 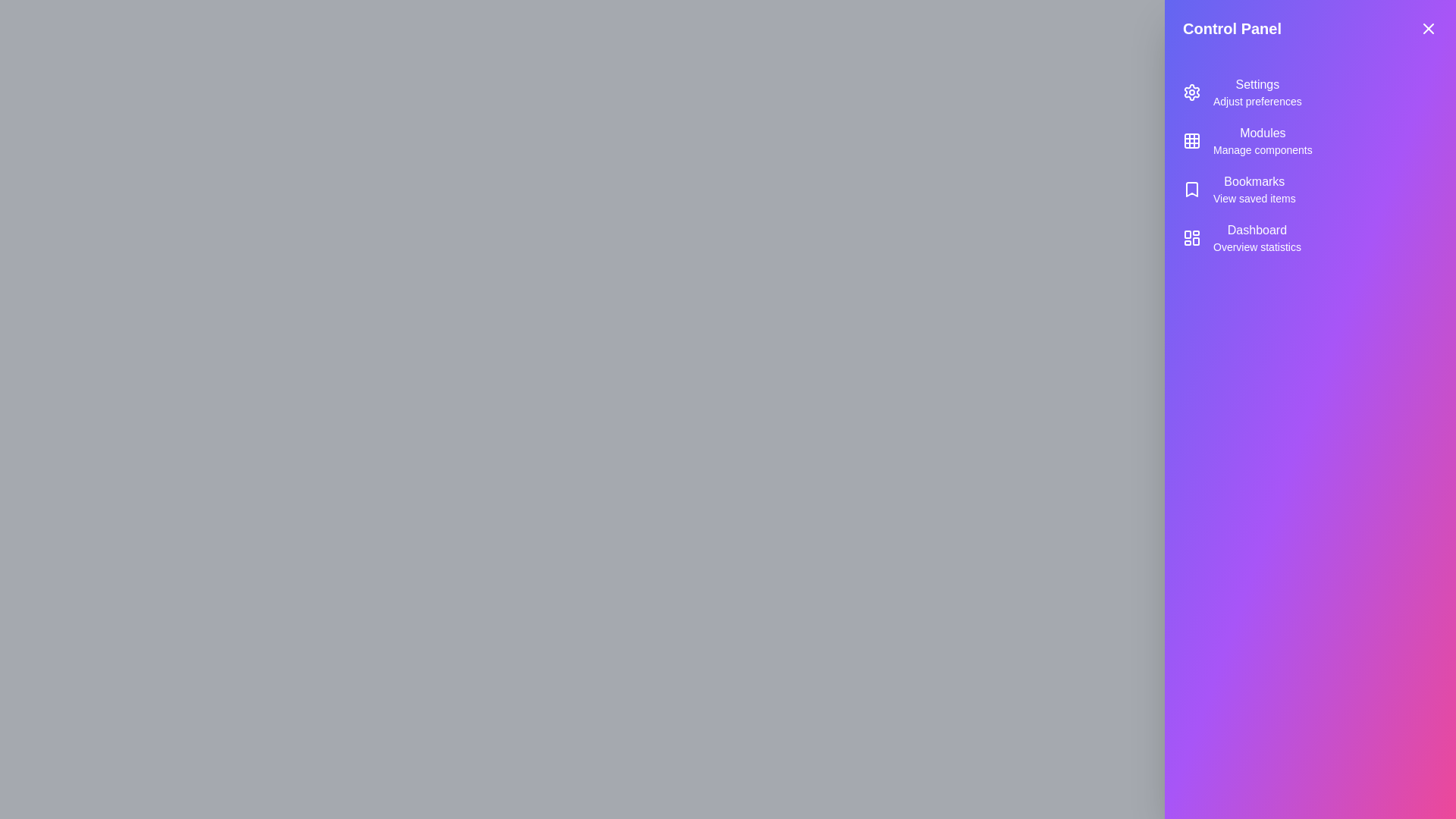 I want to click on the 'Dashboard' Navigation menu item in the Control Panel sidebar for keyboard navigation, so click(x=1310, y=237).